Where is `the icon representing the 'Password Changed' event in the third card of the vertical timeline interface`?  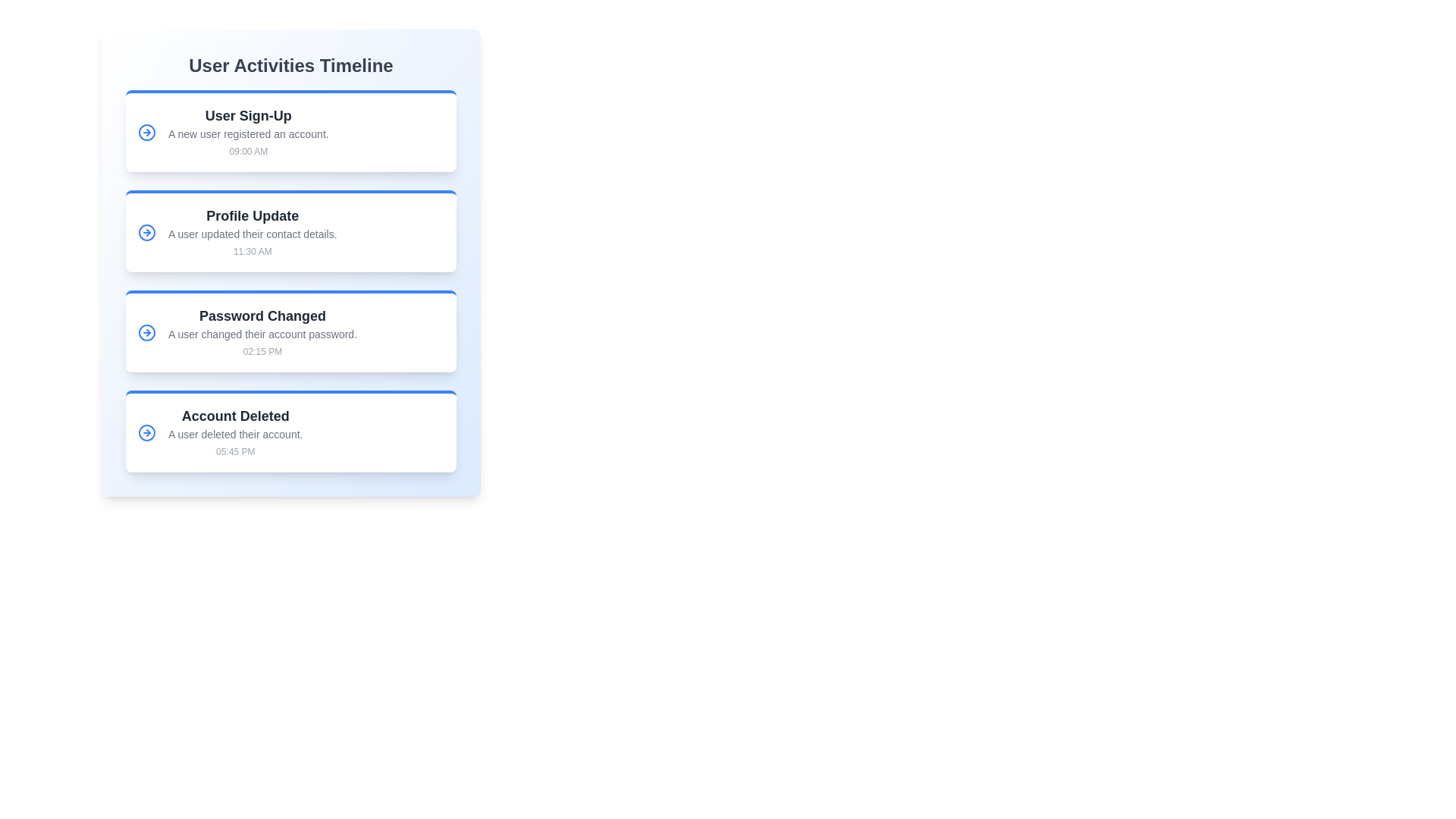
the icon representing the 'Password Changed' event in the third card of the vertical timeline interface is located at coordinates (146, 332).